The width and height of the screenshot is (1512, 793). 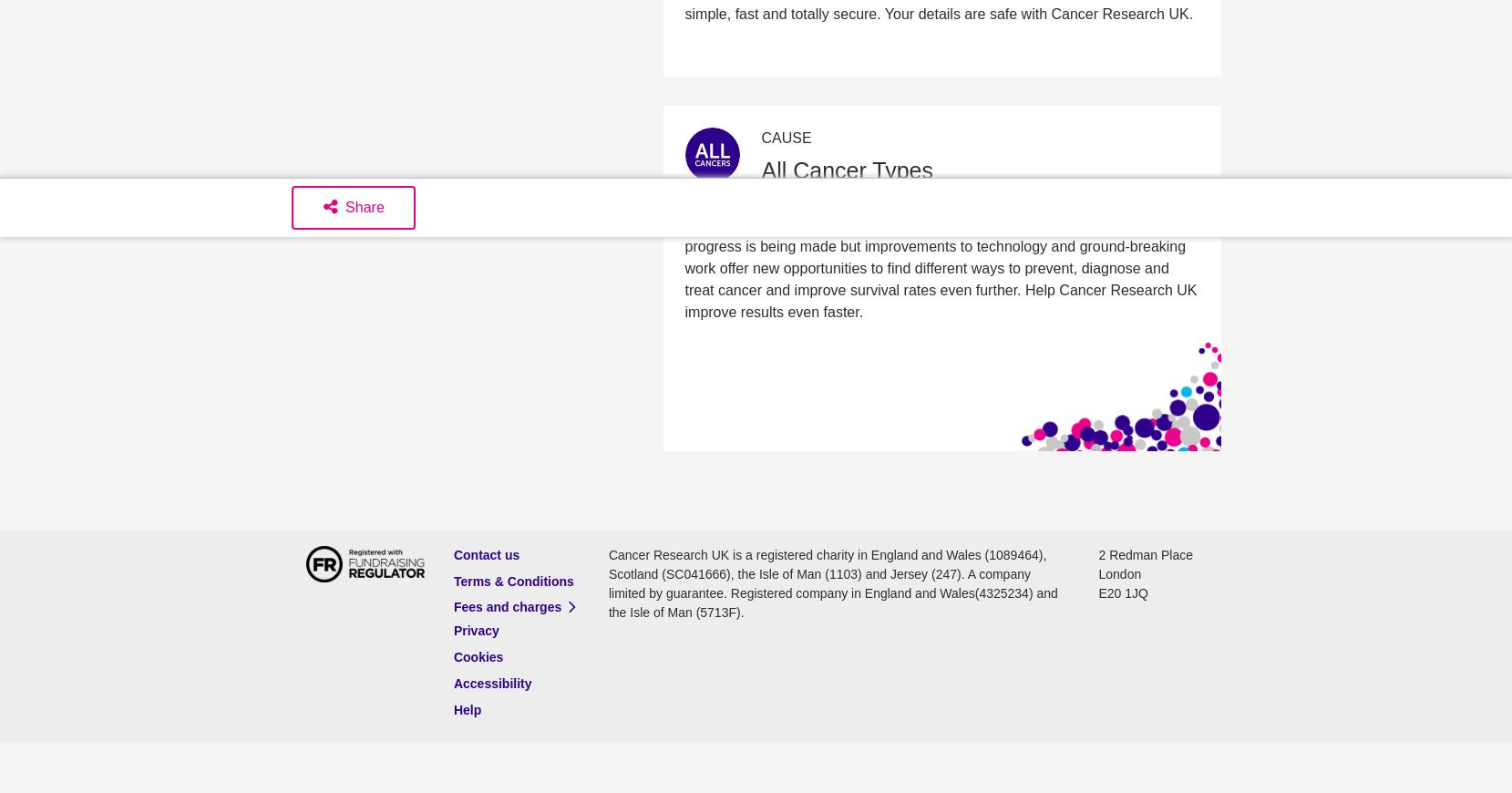 What do you see at coordinates (485, 554) in the screenshot?
I see `'Contact us'` at bounding box center [485, 554].